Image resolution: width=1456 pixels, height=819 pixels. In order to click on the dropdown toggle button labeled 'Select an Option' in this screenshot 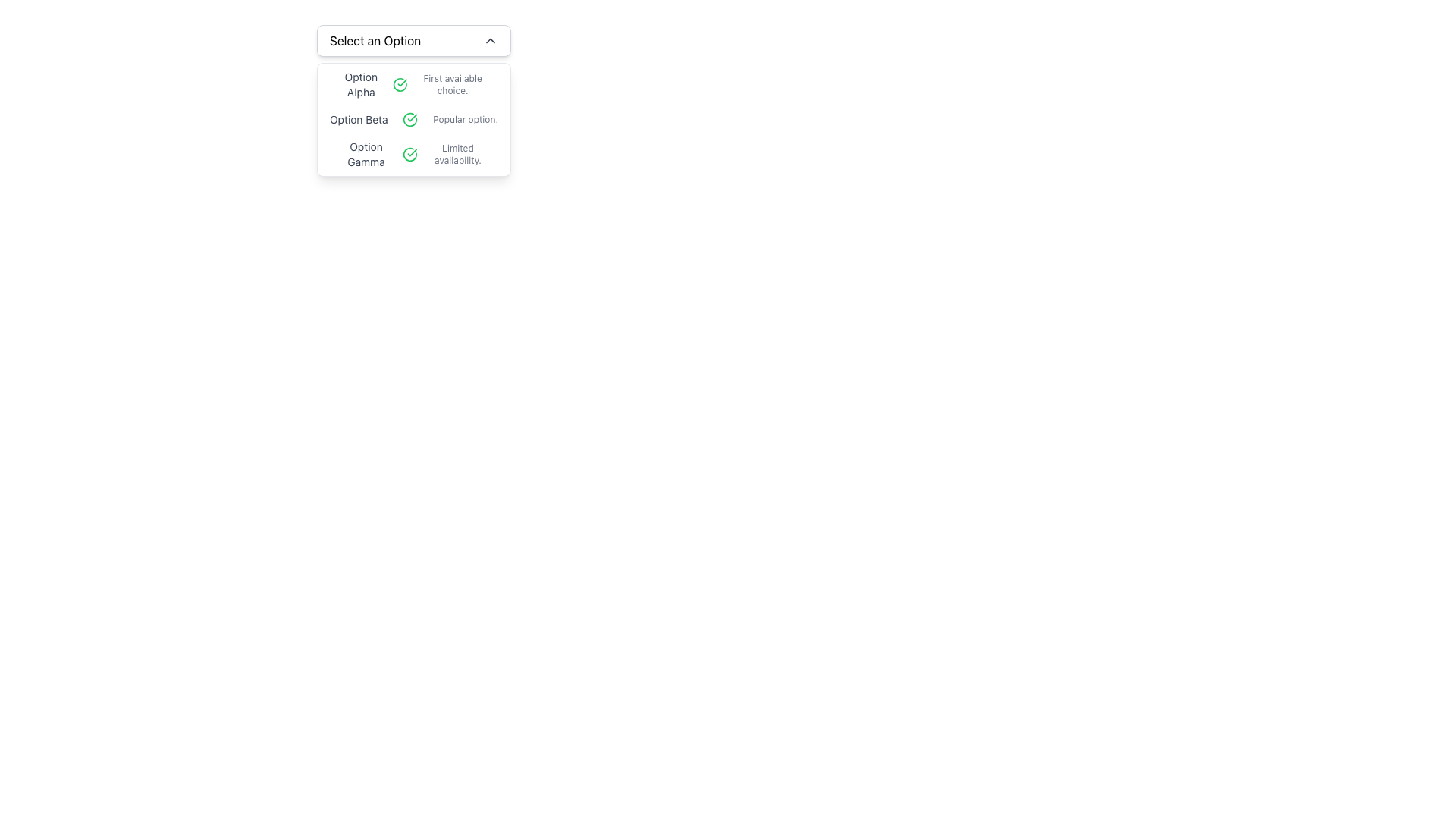, I will do `click(414, 40)`.